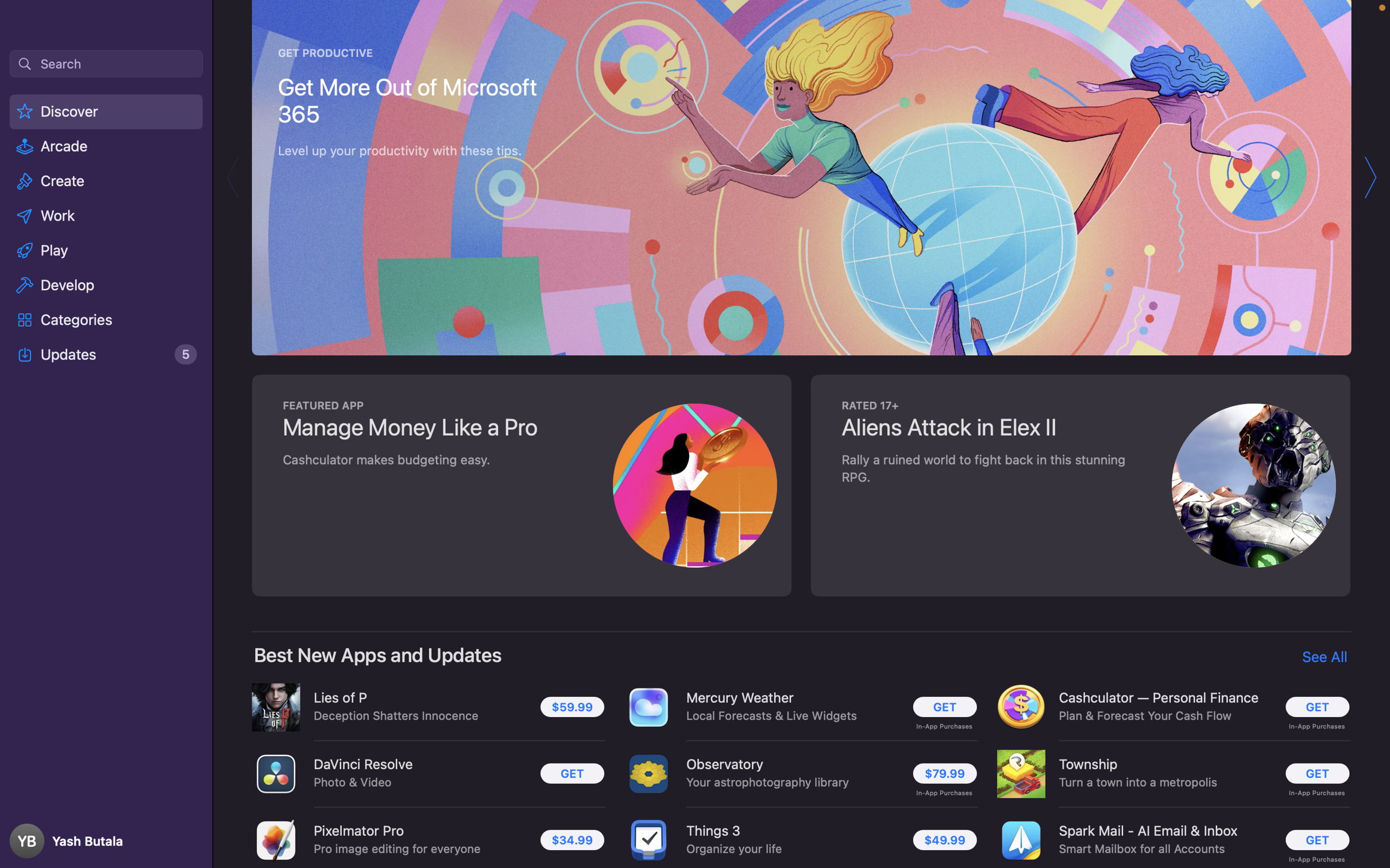 The image size is (1390, 868). I want to click on Activate the "Create" button, so click(106, 183).